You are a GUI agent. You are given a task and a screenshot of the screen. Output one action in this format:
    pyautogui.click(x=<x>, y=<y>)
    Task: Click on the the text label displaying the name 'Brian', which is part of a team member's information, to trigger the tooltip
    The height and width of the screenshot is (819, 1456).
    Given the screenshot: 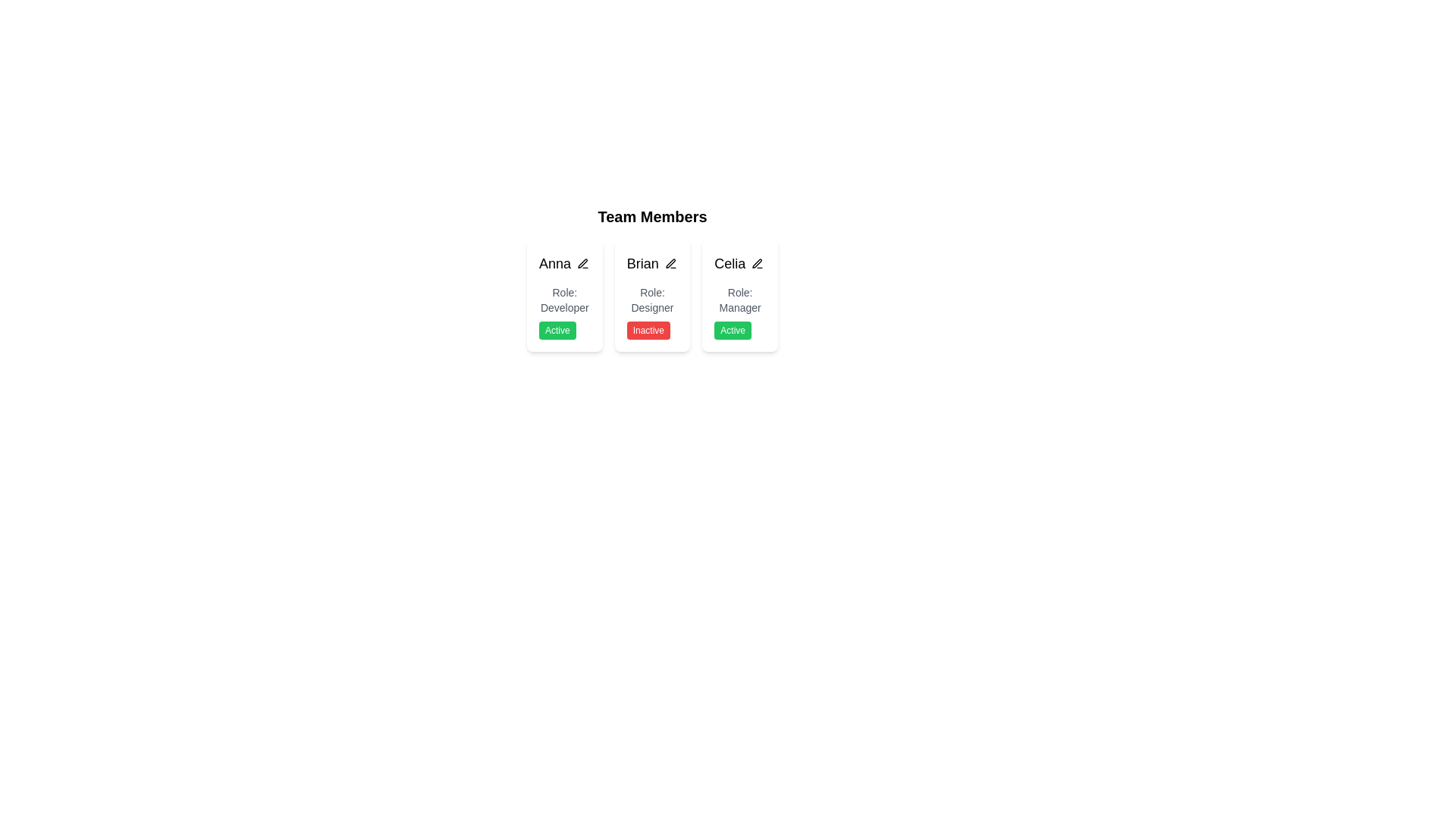 What is the action you would take?
    pyautogui.click(x=652, y=262)
    